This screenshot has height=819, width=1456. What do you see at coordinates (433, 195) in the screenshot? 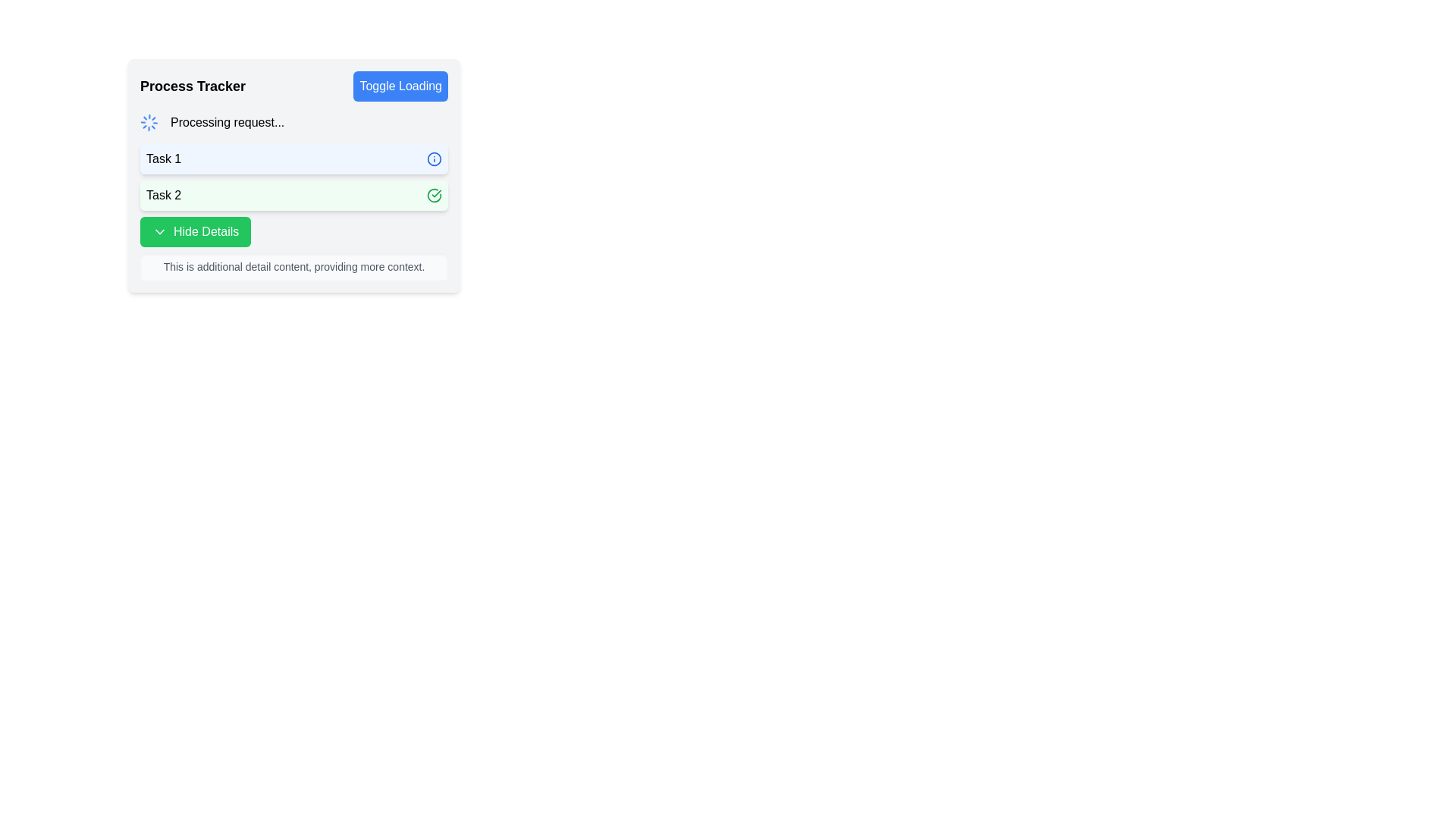
I see `the success icon located at the far right of the 'Task 2' row, which is styled with green accents` at bounding box center [433, 195].